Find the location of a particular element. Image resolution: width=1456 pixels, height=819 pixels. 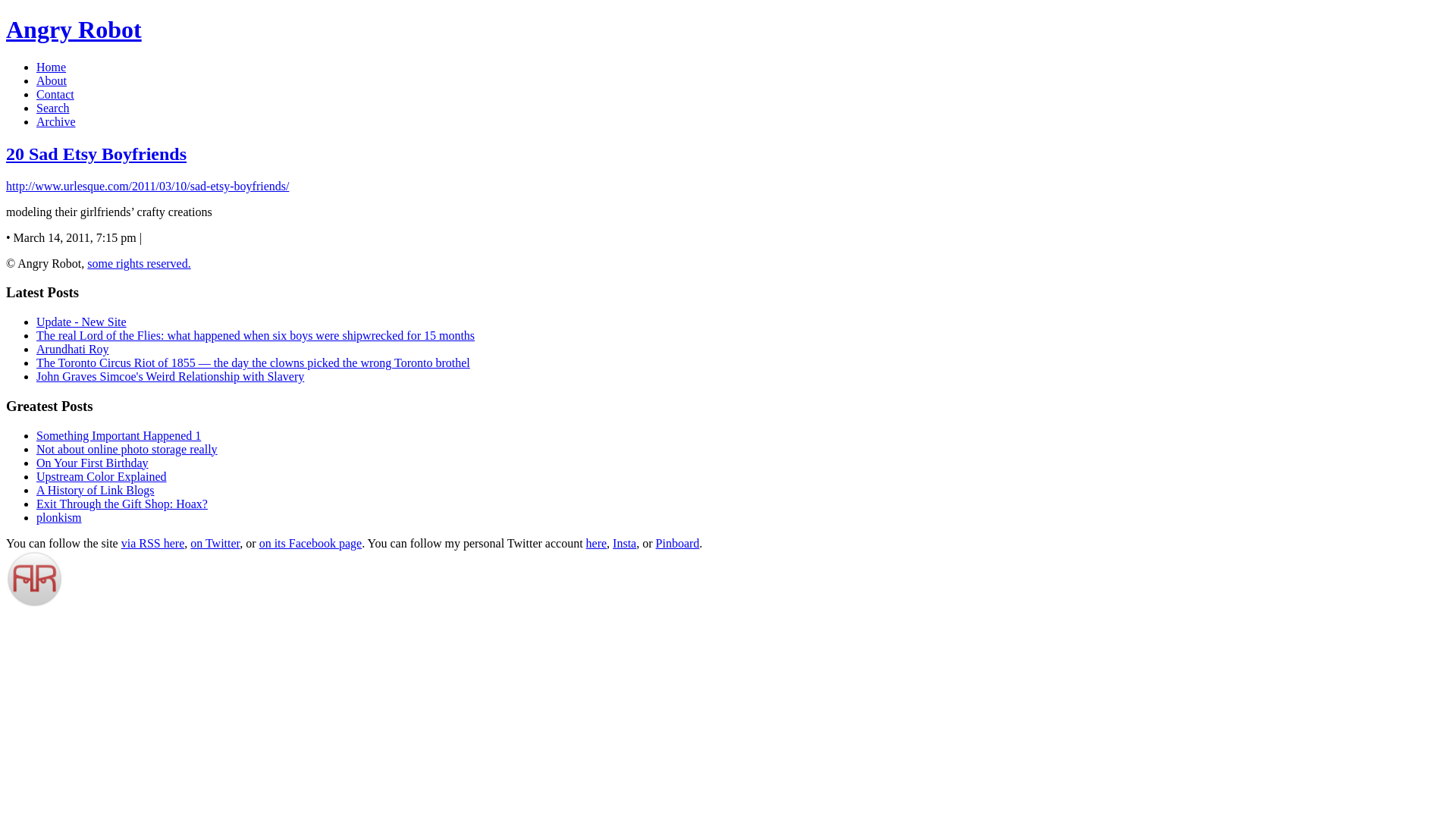

'via RSS here' is located at coordinates (152, 542).